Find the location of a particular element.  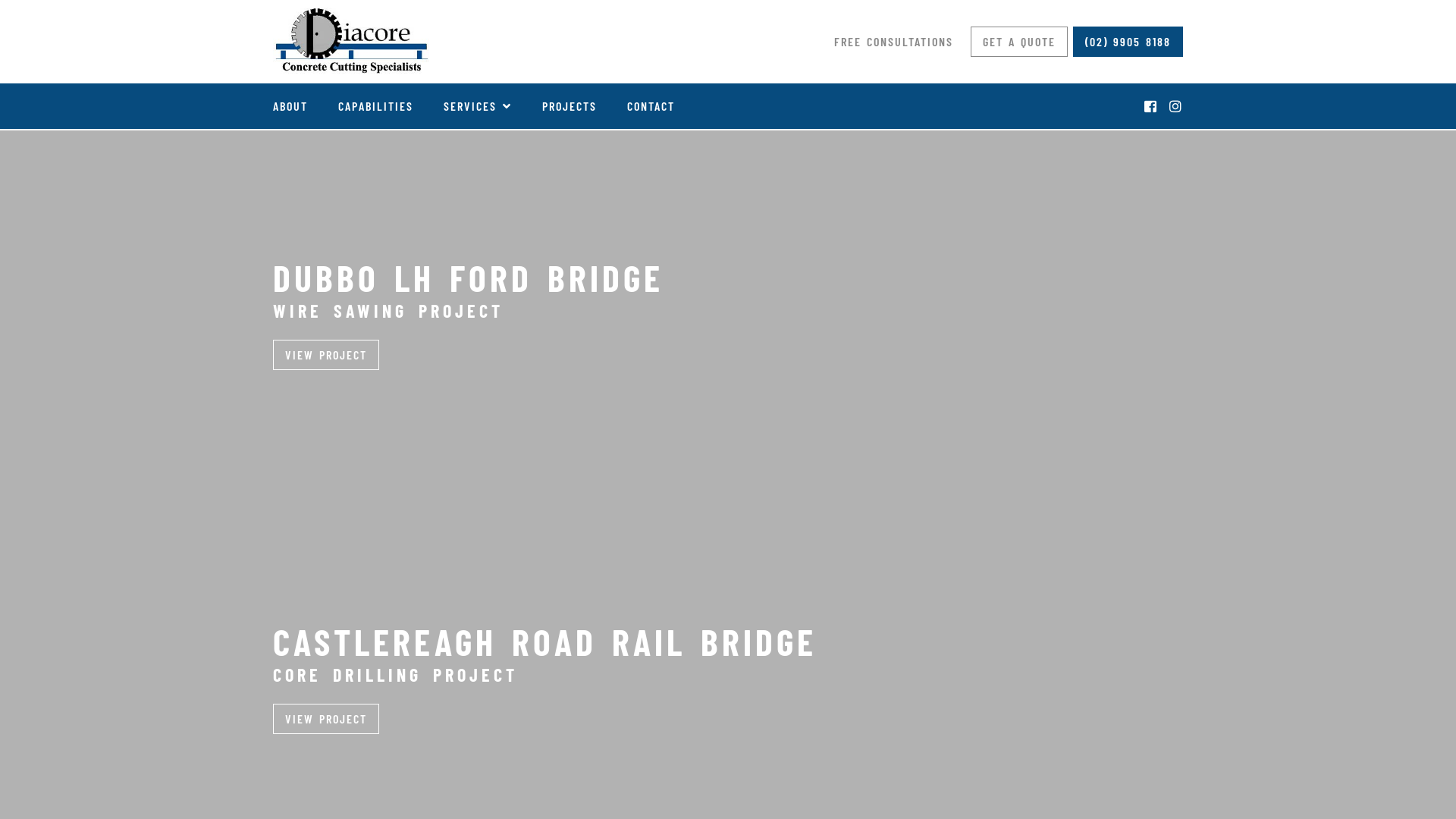

'CAPABILITIES' is located at coordinates (337, 105).